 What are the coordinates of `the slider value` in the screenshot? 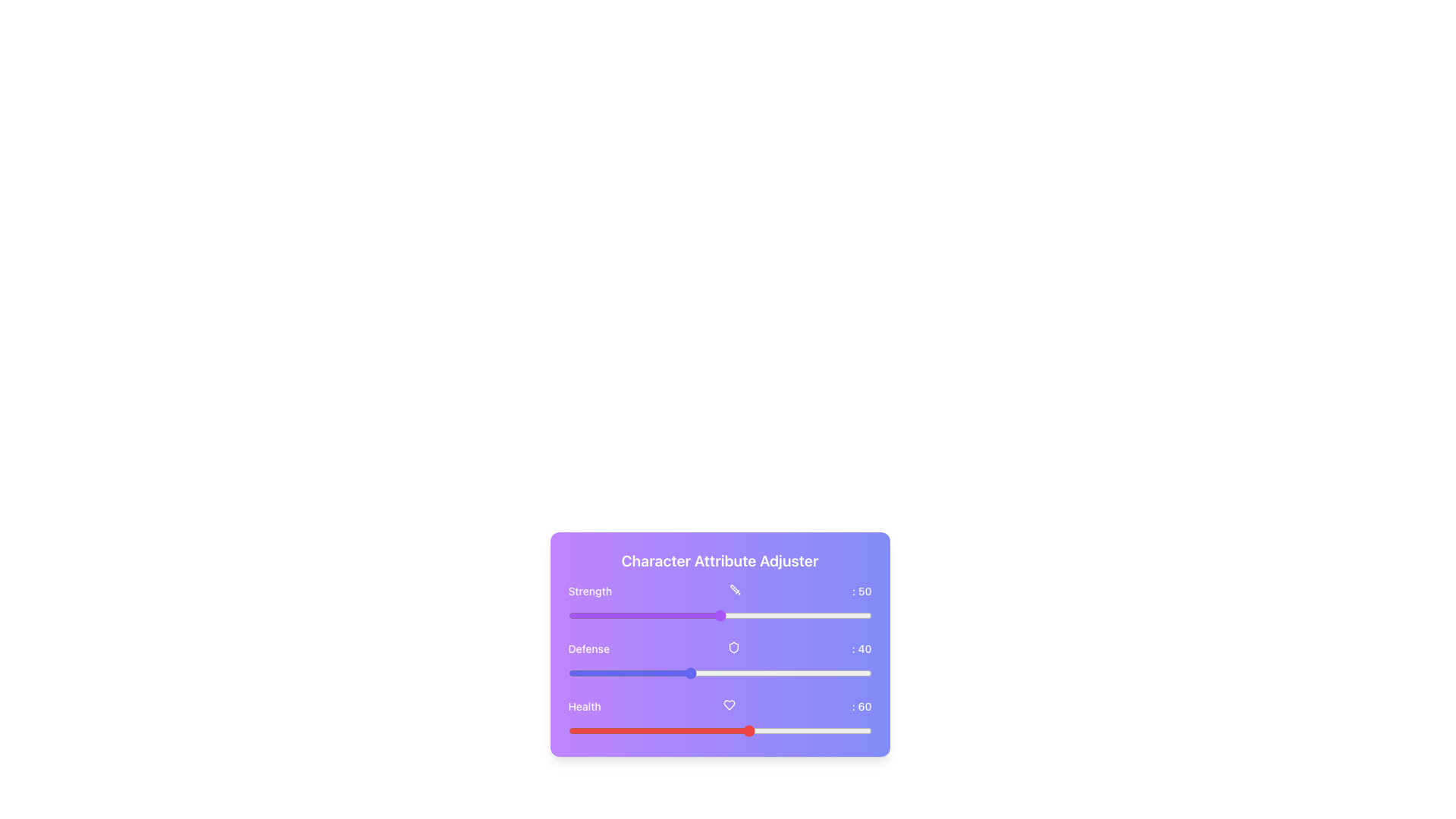 It's located at (617, 672).